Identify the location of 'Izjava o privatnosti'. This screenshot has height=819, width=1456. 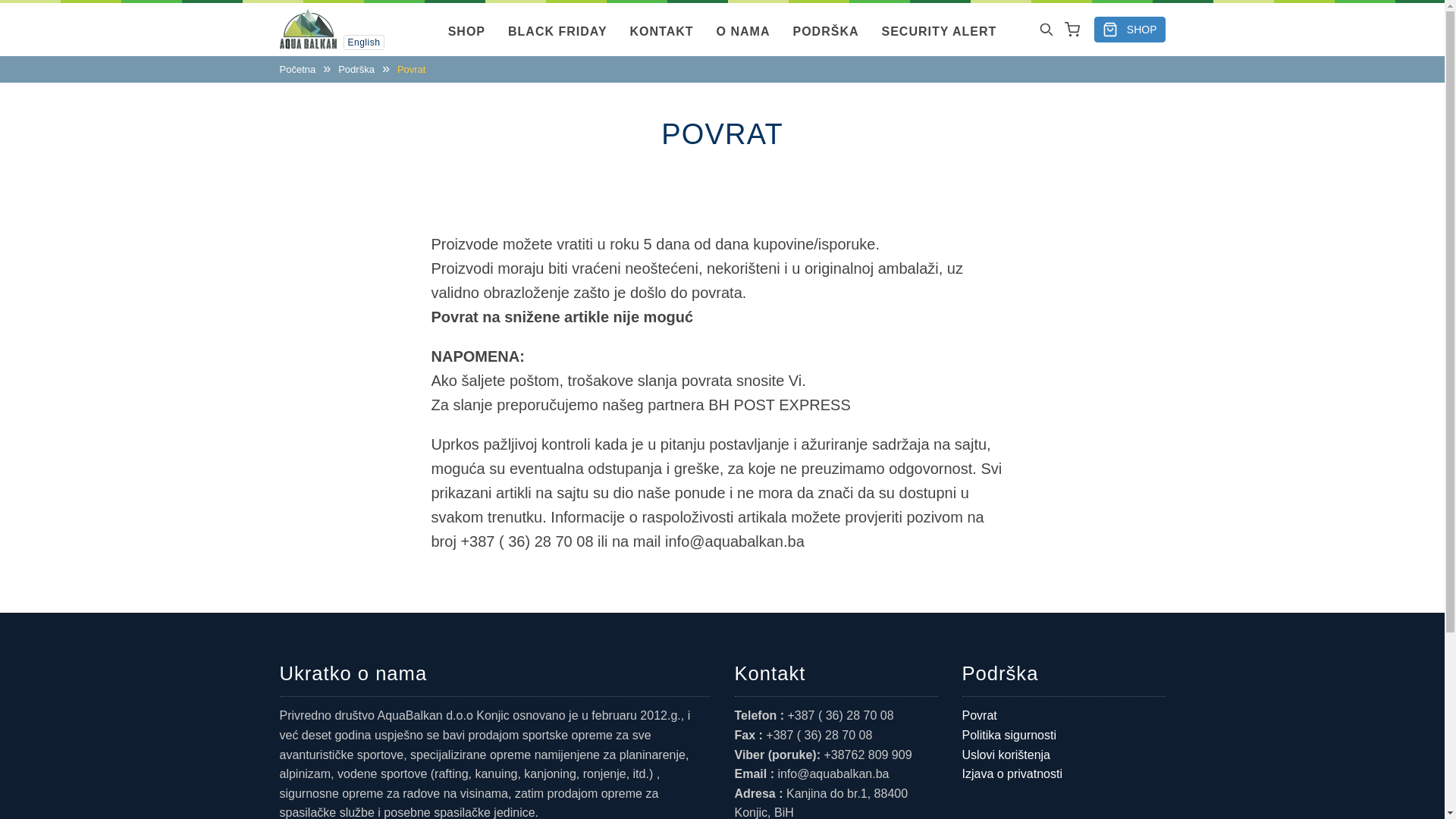
(1062, 774).